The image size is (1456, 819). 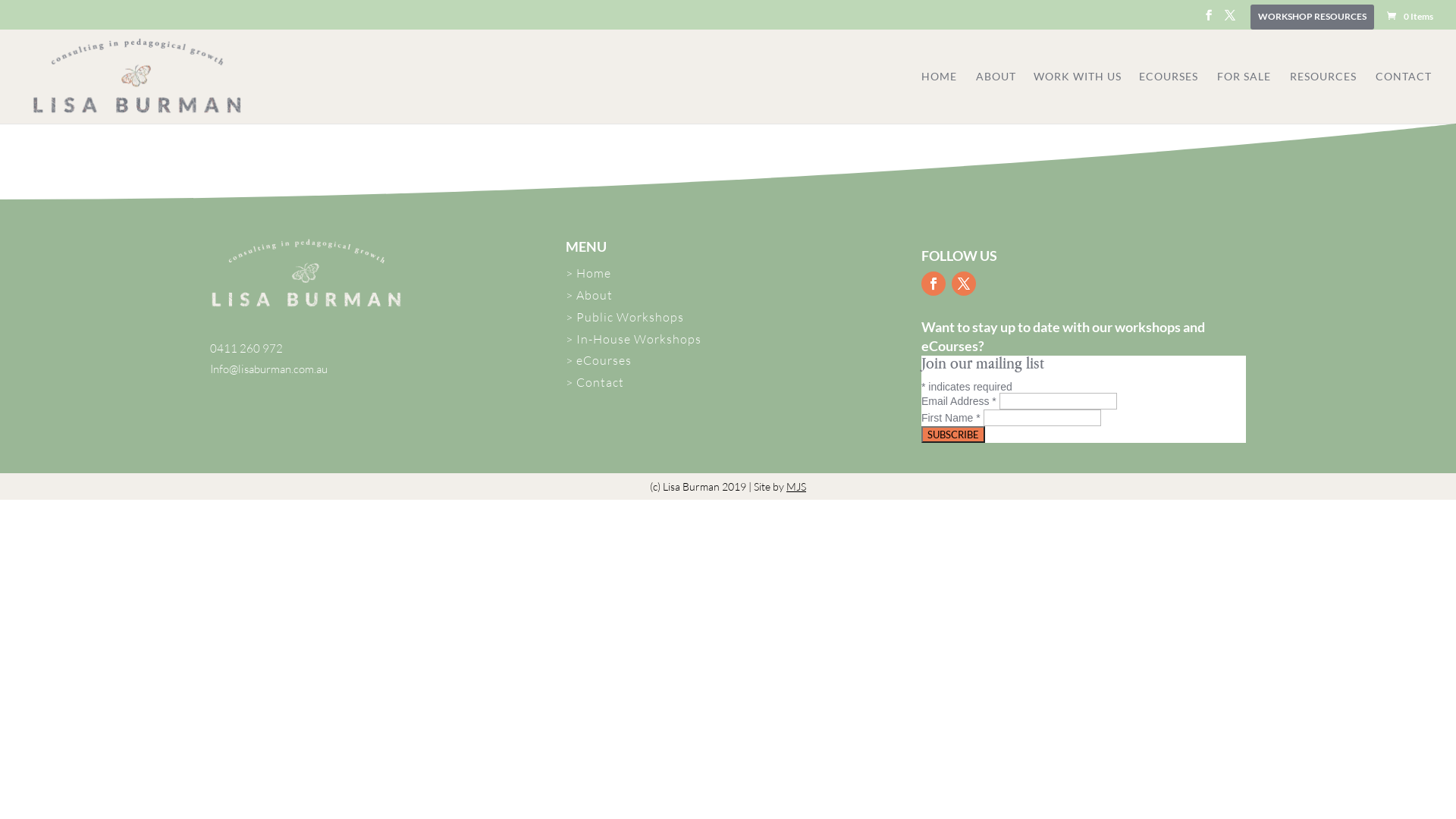 I want to click on 'eCourses', so click(x=603, y=359).